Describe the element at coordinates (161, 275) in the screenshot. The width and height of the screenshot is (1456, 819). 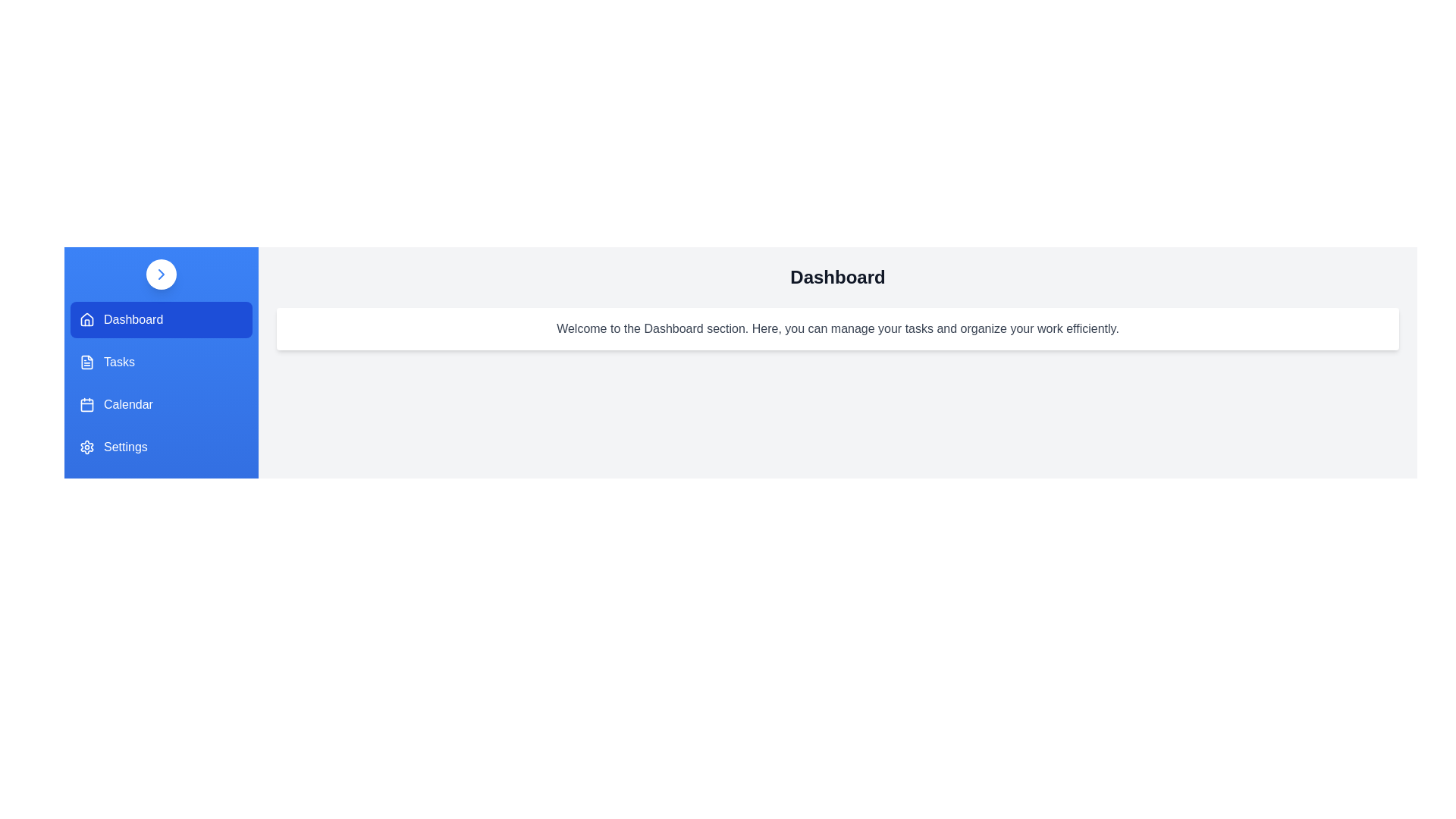
I see `the drawer toggle button to change its state` at that location.